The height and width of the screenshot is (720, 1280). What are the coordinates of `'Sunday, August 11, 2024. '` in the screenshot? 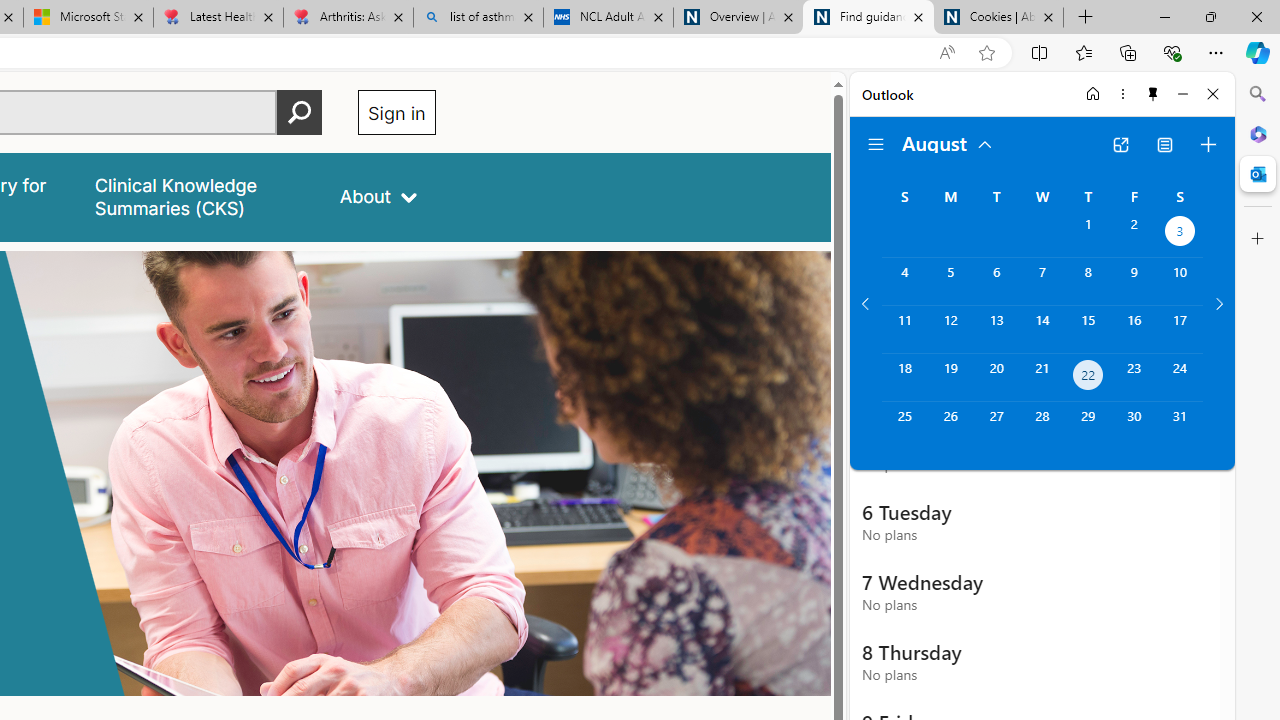 It's located at (903, 328).